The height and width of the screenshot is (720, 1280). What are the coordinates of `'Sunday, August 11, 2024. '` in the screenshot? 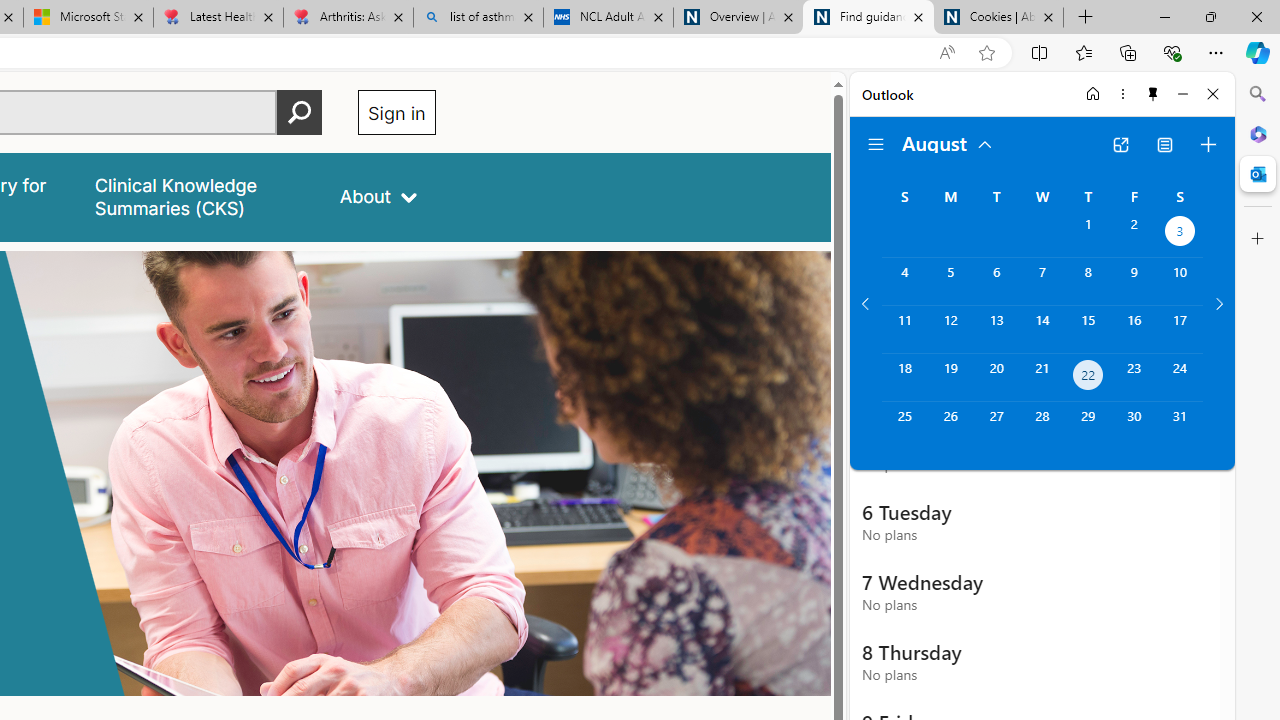 It's located at (903, 328).